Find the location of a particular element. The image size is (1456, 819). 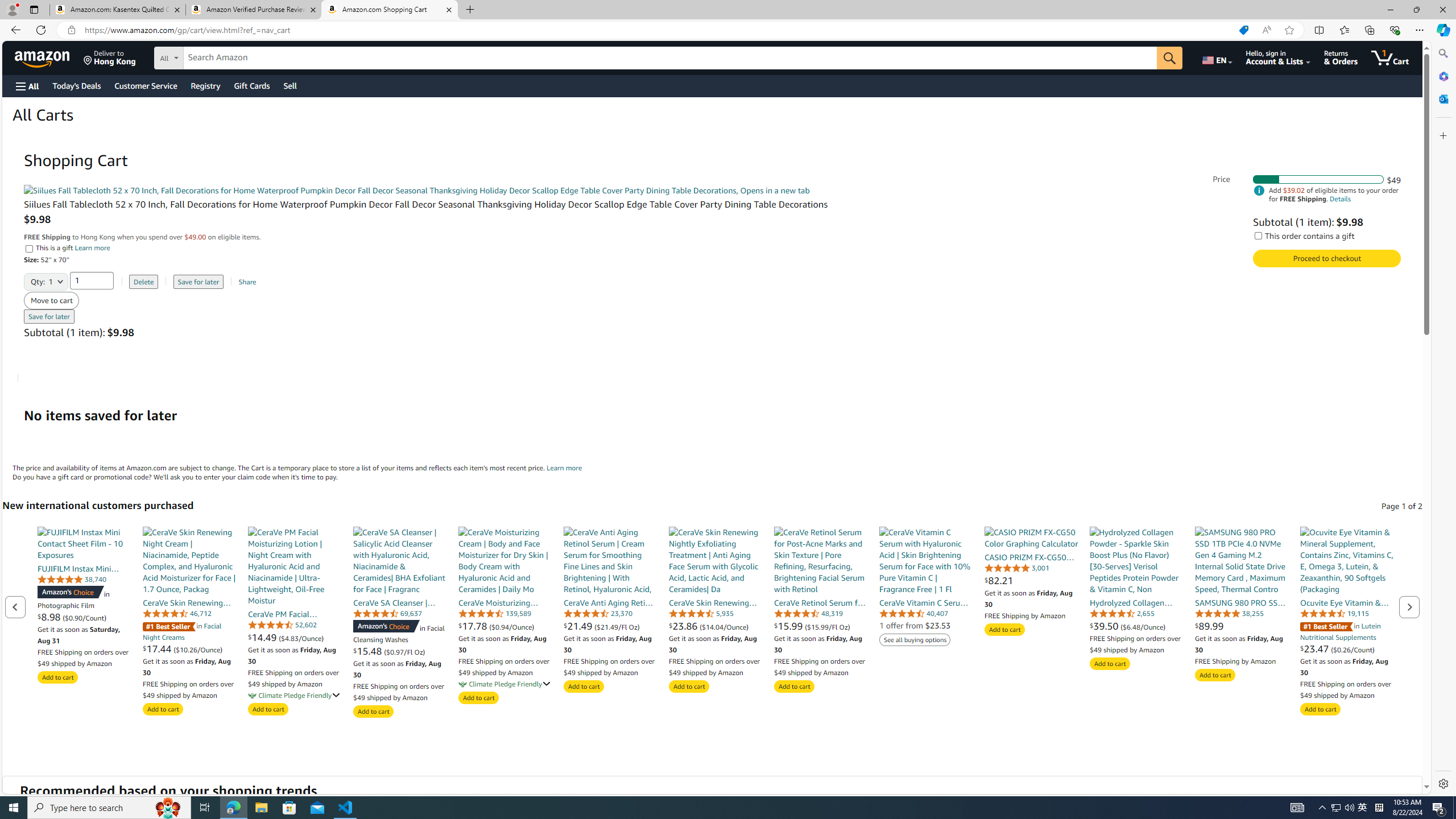

'Search in' is located at coordinates (210, 56).